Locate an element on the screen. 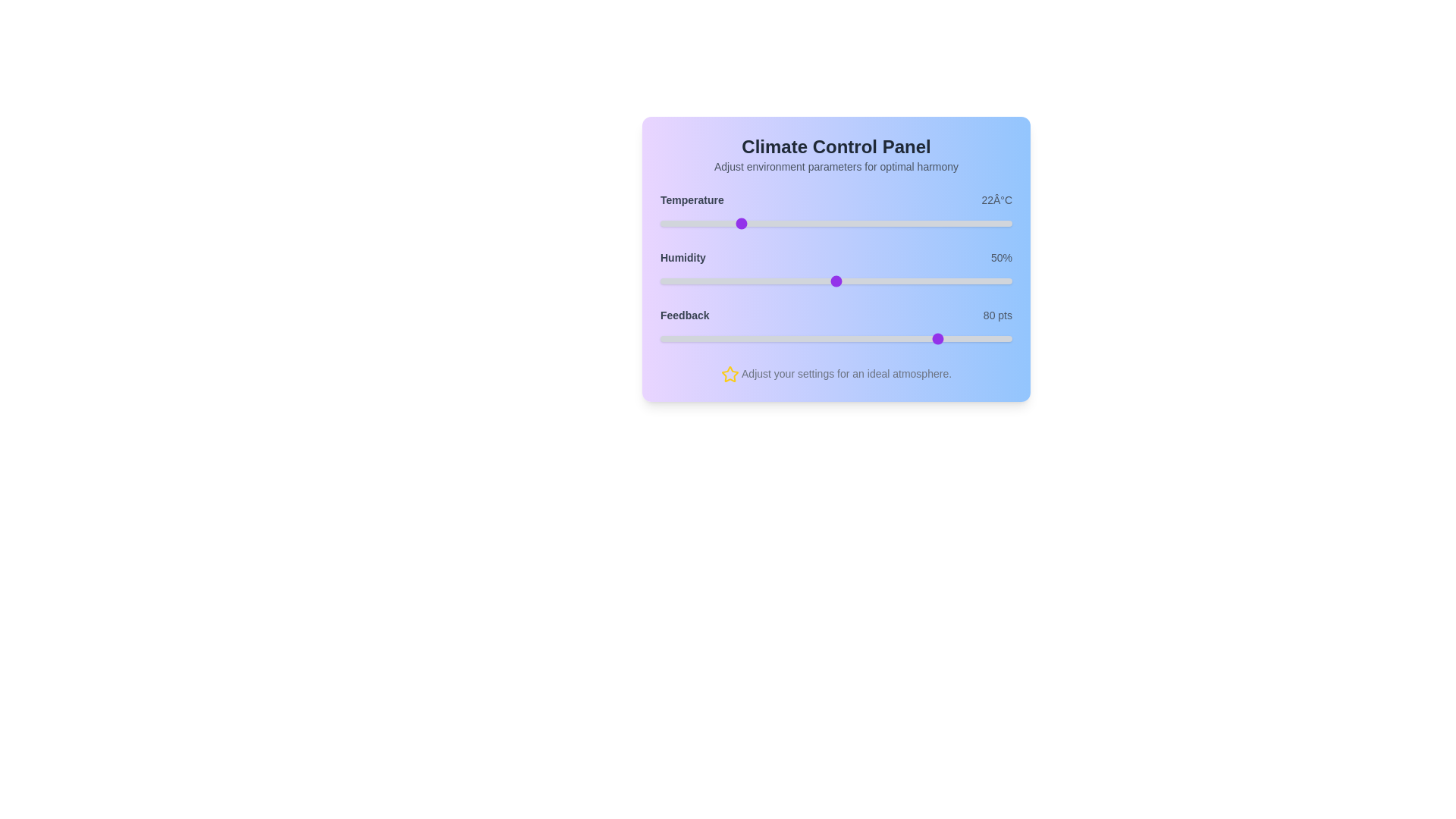  the temperature slider to 24 degrees Celsius is located at coordinates (745, 223).